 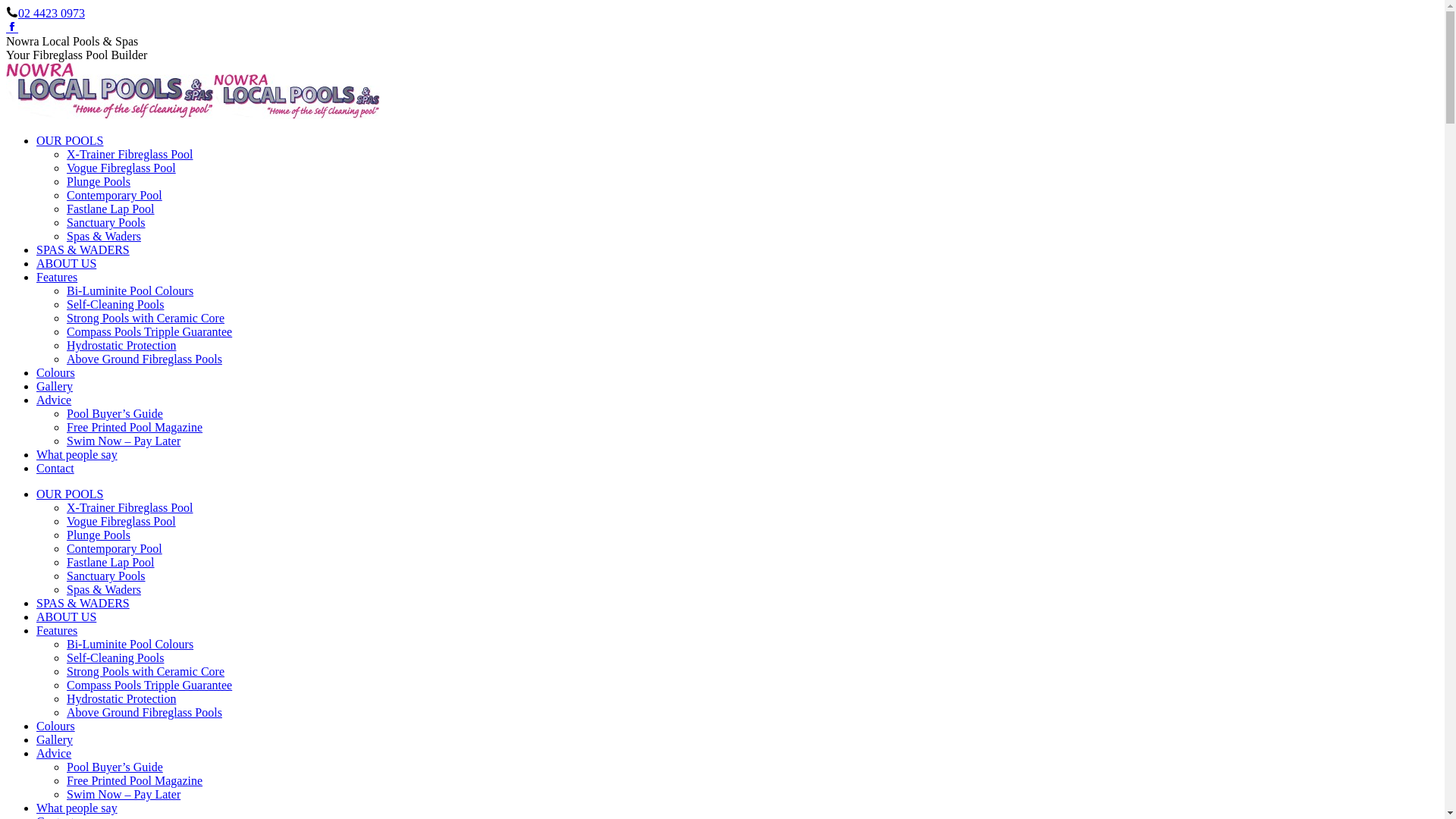 I want to click on 'Strong Pools with Ceramic Core', so click(x=146, y=317).